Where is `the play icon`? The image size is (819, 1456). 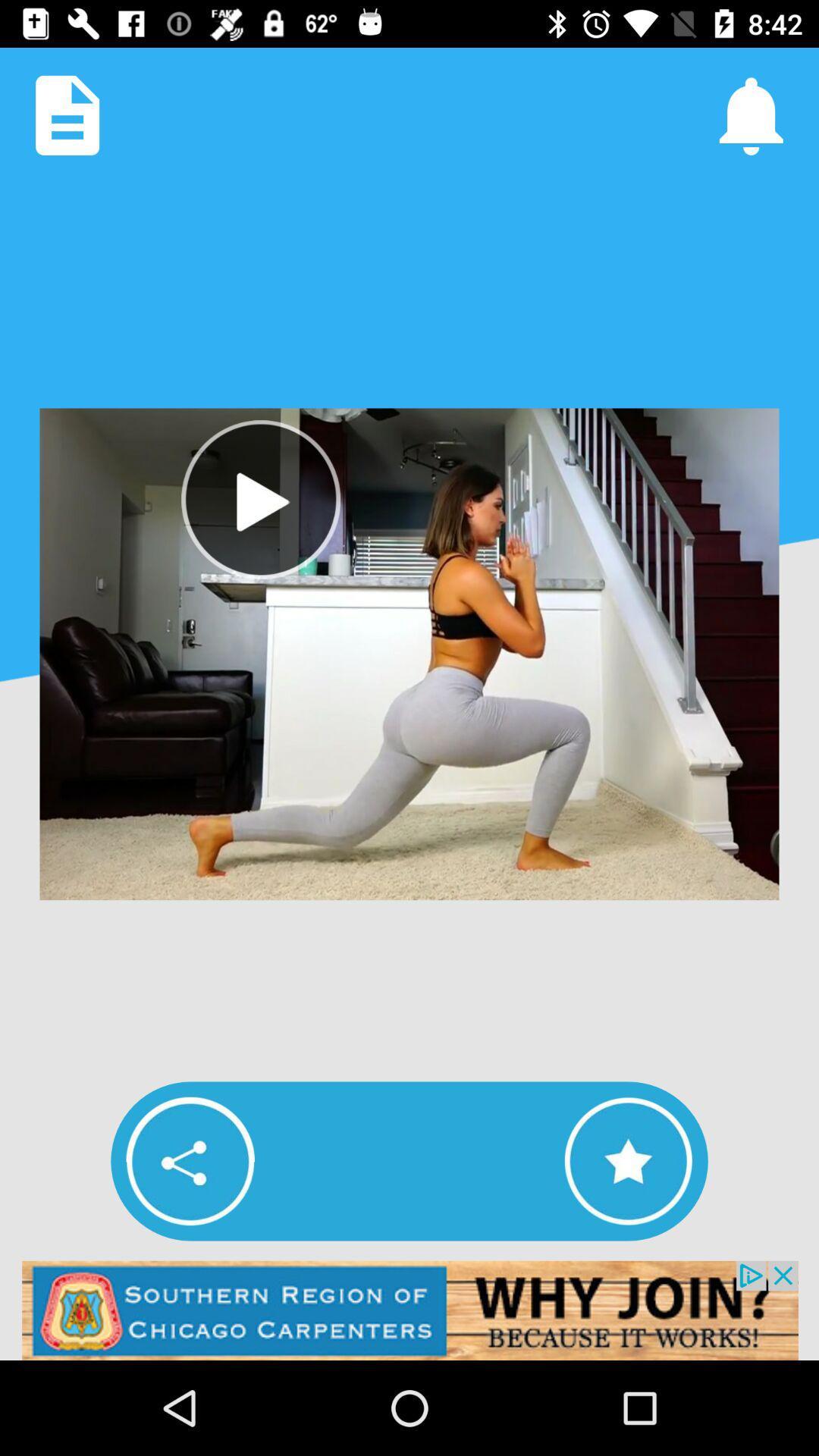 the play icon is located at coordinates (260, 500).